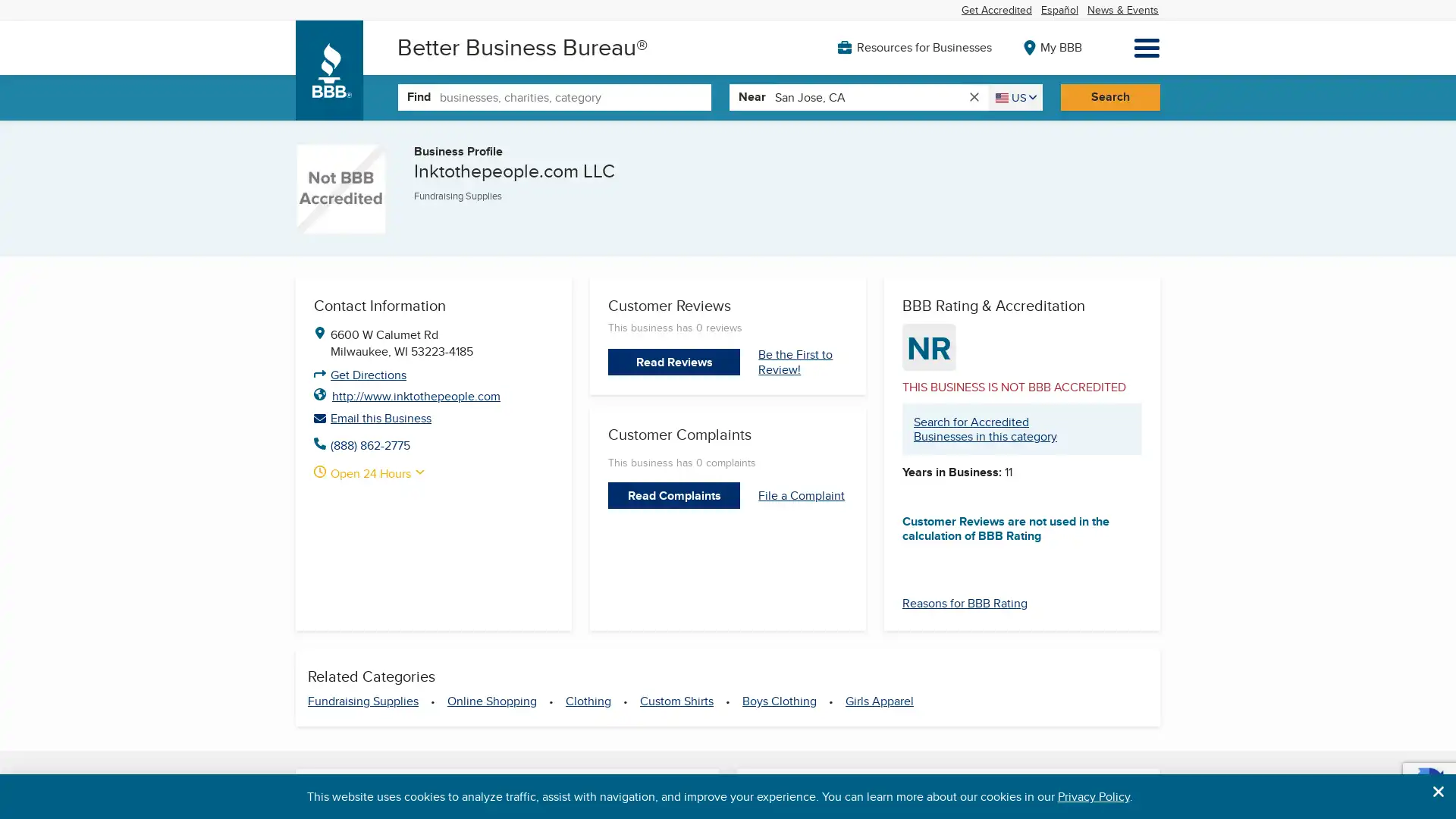  I want to click on Search, so click(1109, 96).